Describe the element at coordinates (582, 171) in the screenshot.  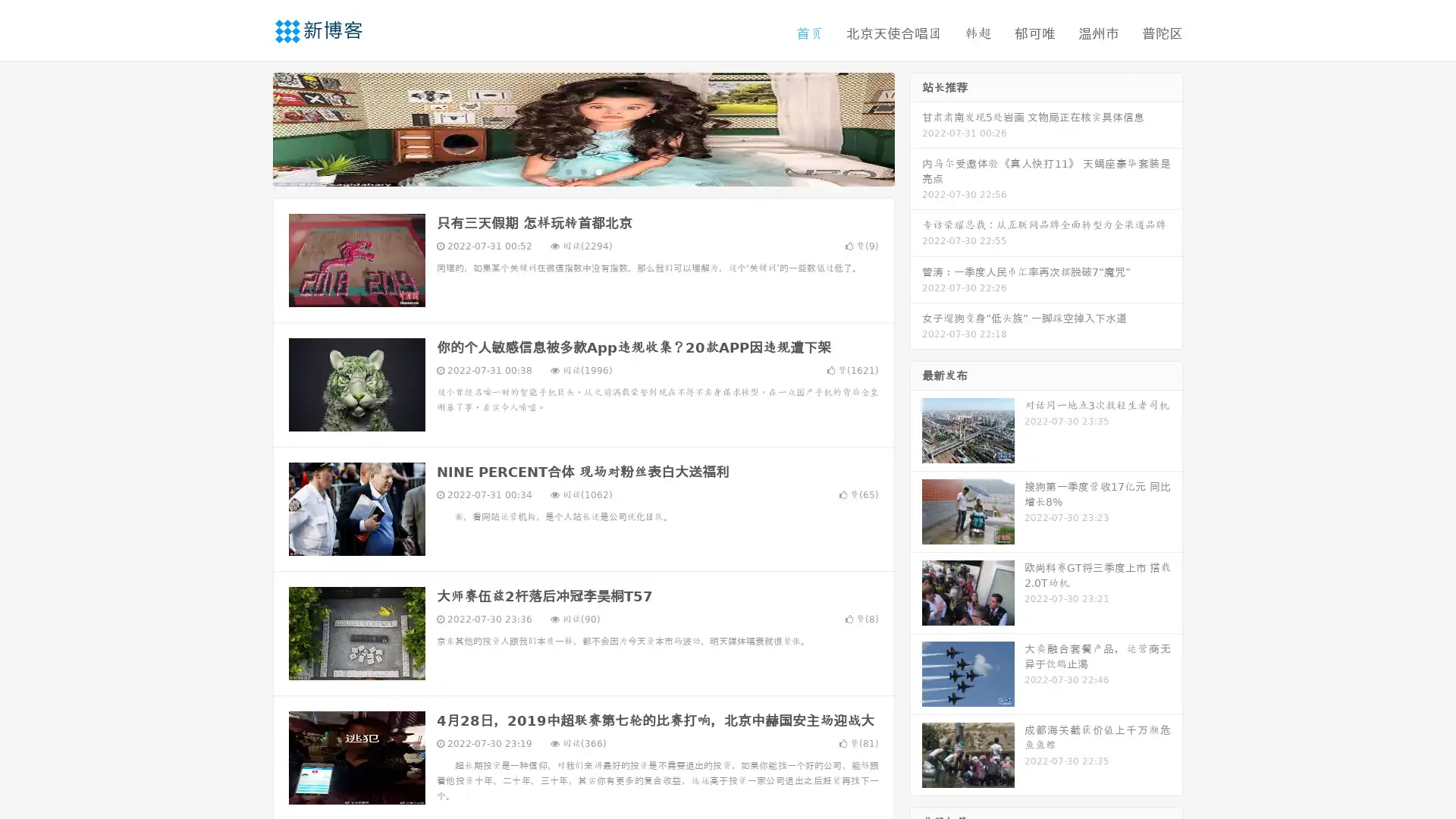
I see `Go to slide 2` at that location.